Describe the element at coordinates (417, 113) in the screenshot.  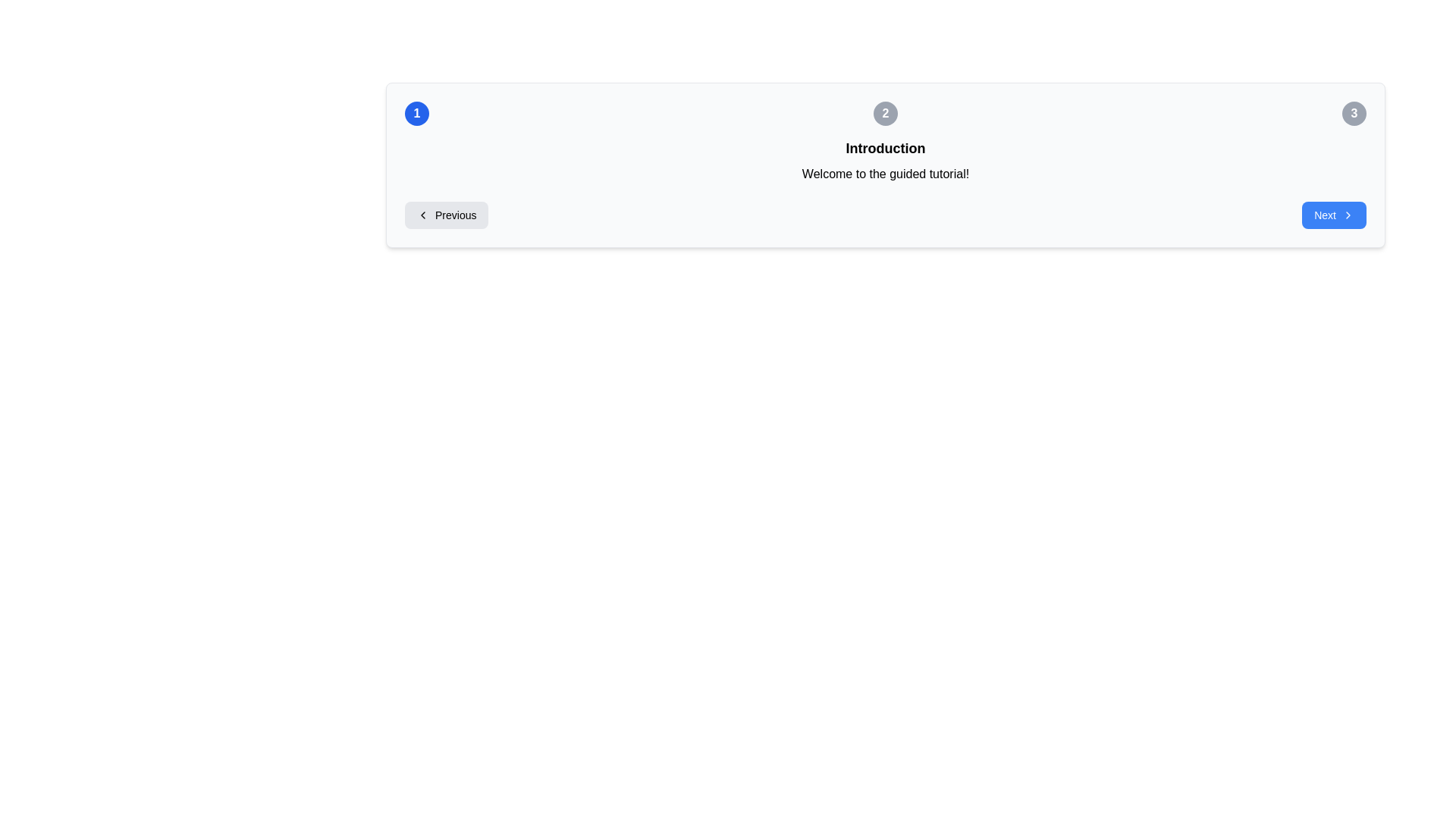
I see `the leftmost circular button that serves as a step indicator or navigation button` at that location.